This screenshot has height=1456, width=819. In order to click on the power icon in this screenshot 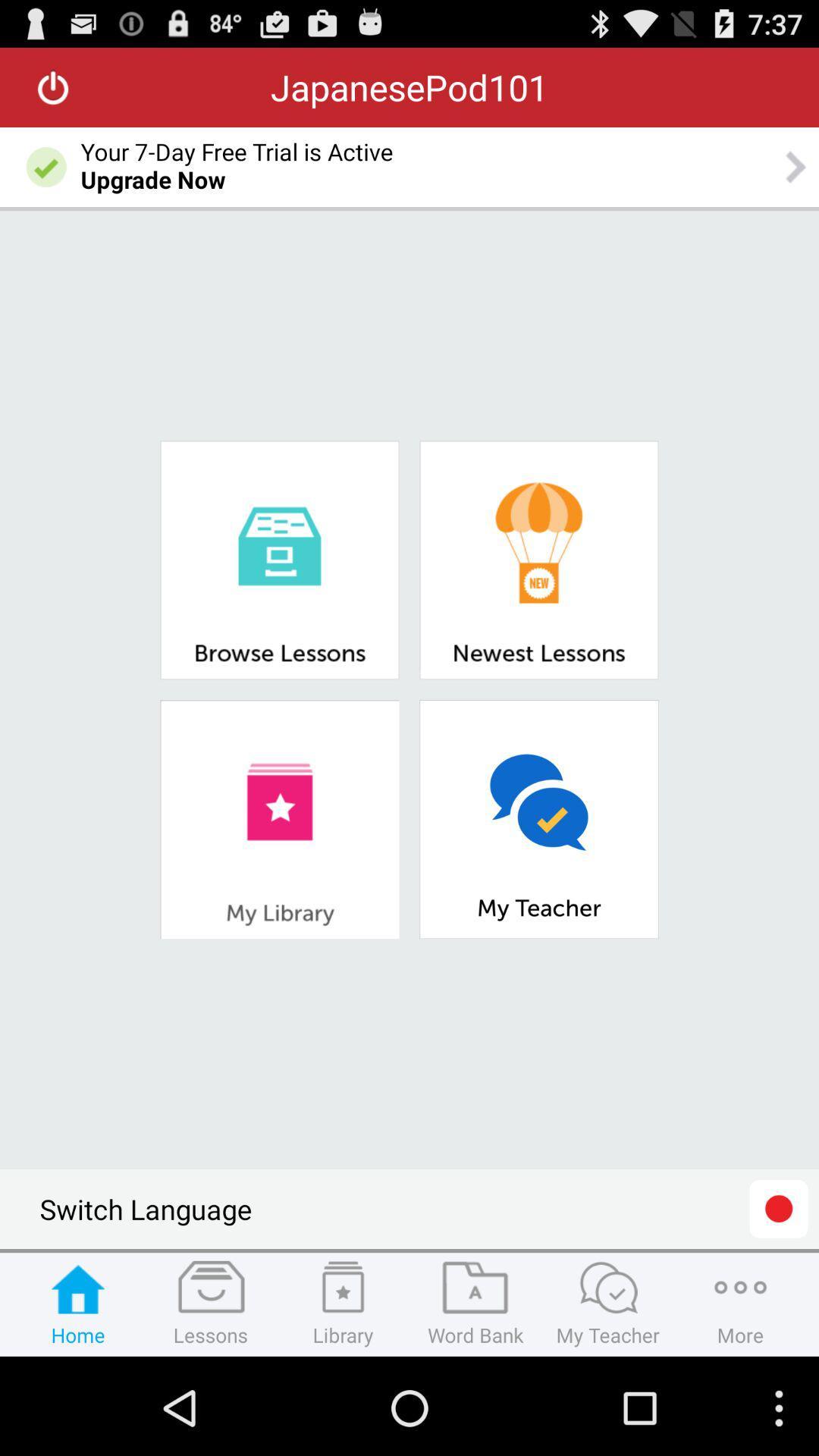, I will do `click(52, 93)`.